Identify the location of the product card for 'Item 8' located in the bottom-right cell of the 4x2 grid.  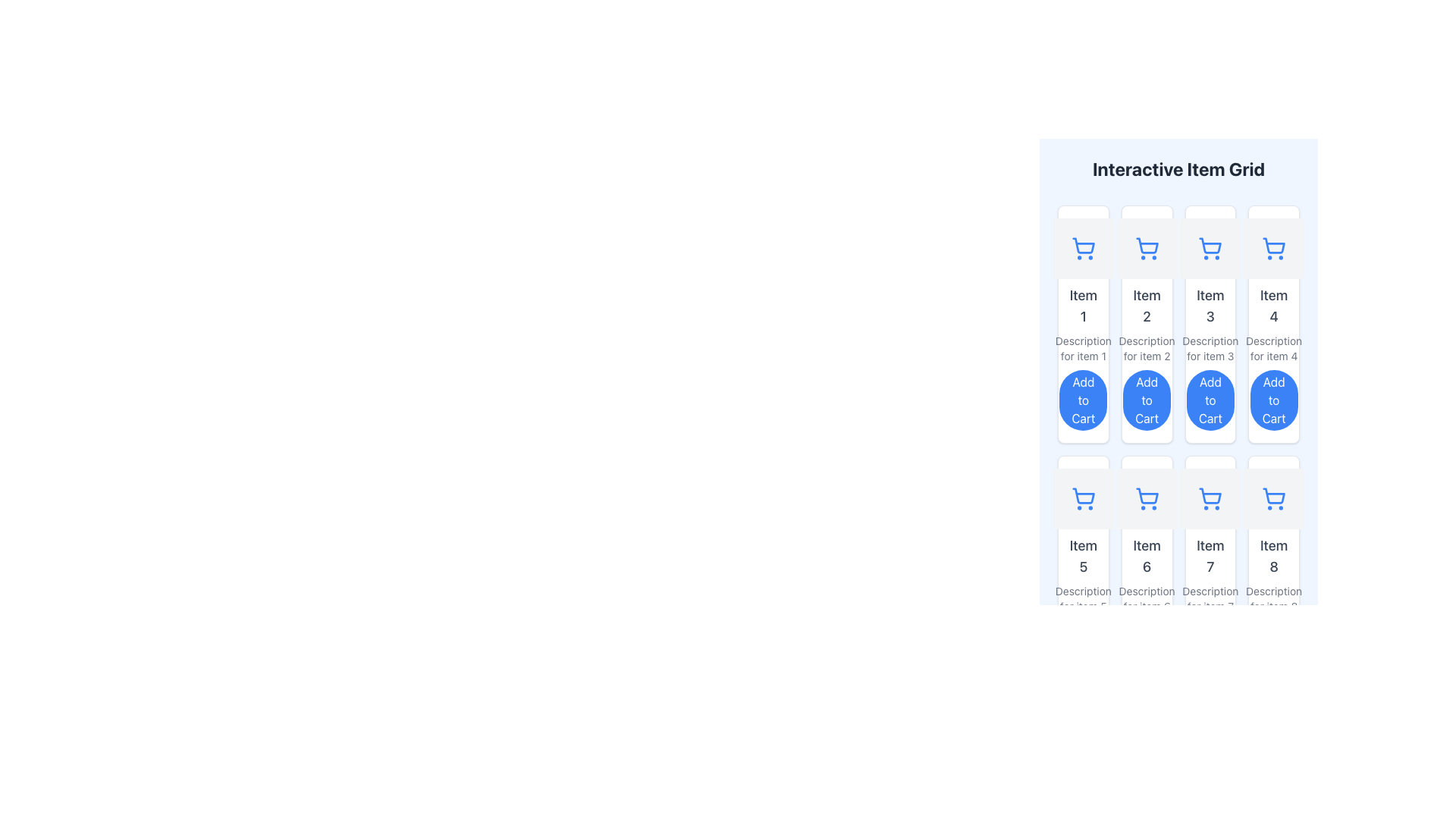
(1274, 575).